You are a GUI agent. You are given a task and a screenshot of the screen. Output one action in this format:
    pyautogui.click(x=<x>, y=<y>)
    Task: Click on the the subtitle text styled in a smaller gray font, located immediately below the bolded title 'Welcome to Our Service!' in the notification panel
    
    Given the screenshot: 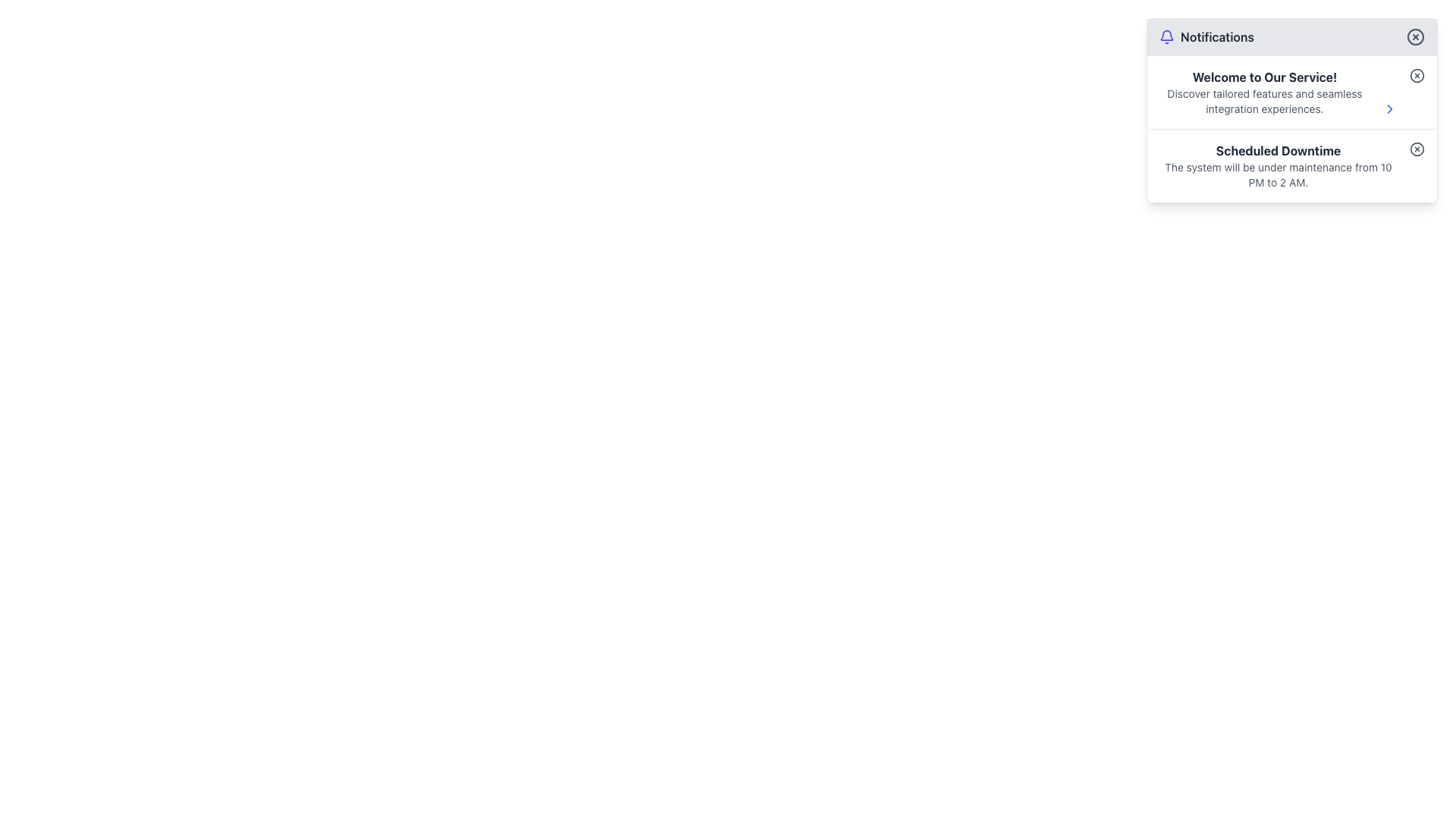 What is the action you would take?
    pyautogui.click(x=1265, y=102)
    